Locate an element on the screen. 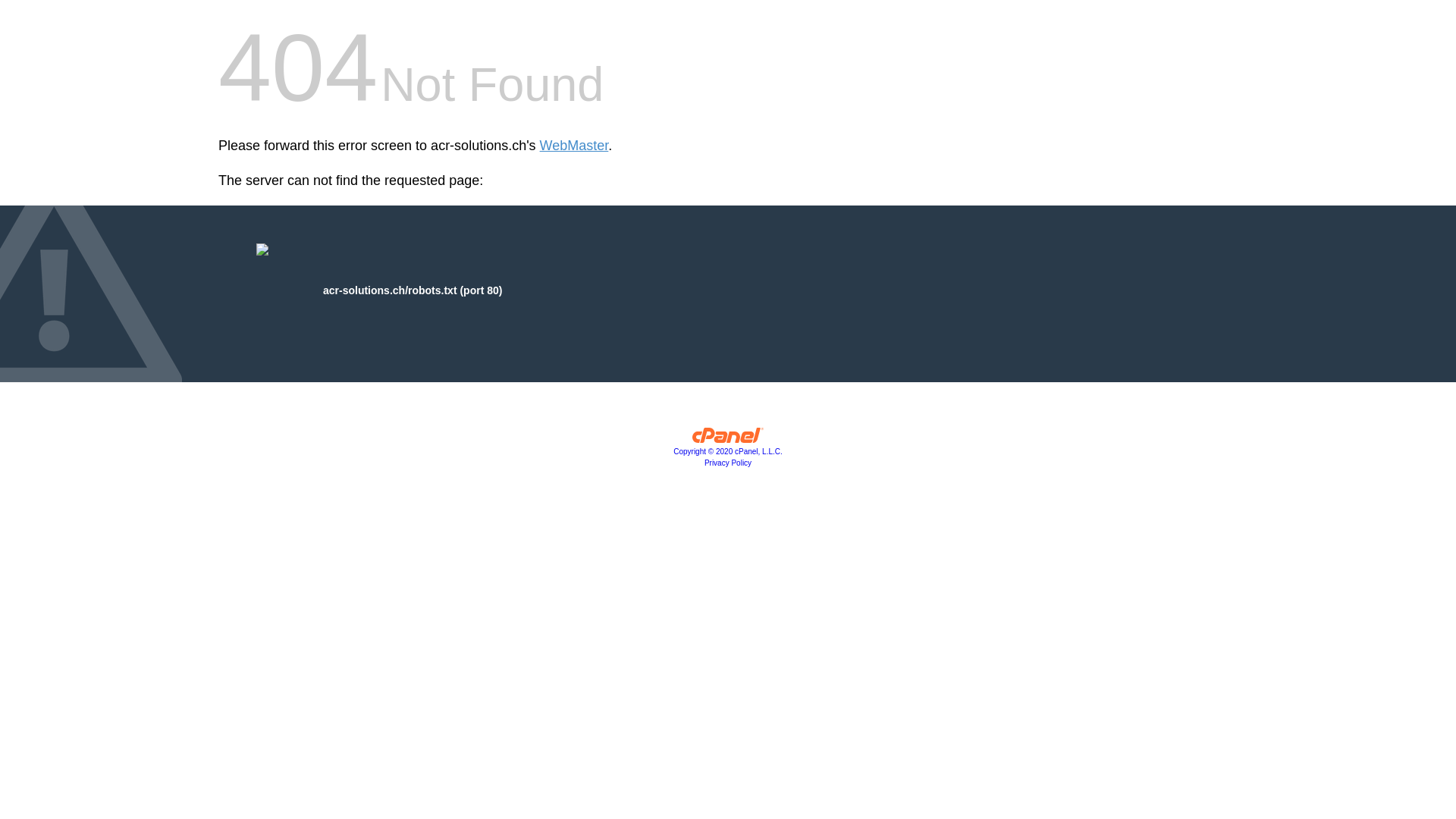 This screenshot has height=819, width=1456. 'cPanel, Inc.' is located at coordinates (728, 438).